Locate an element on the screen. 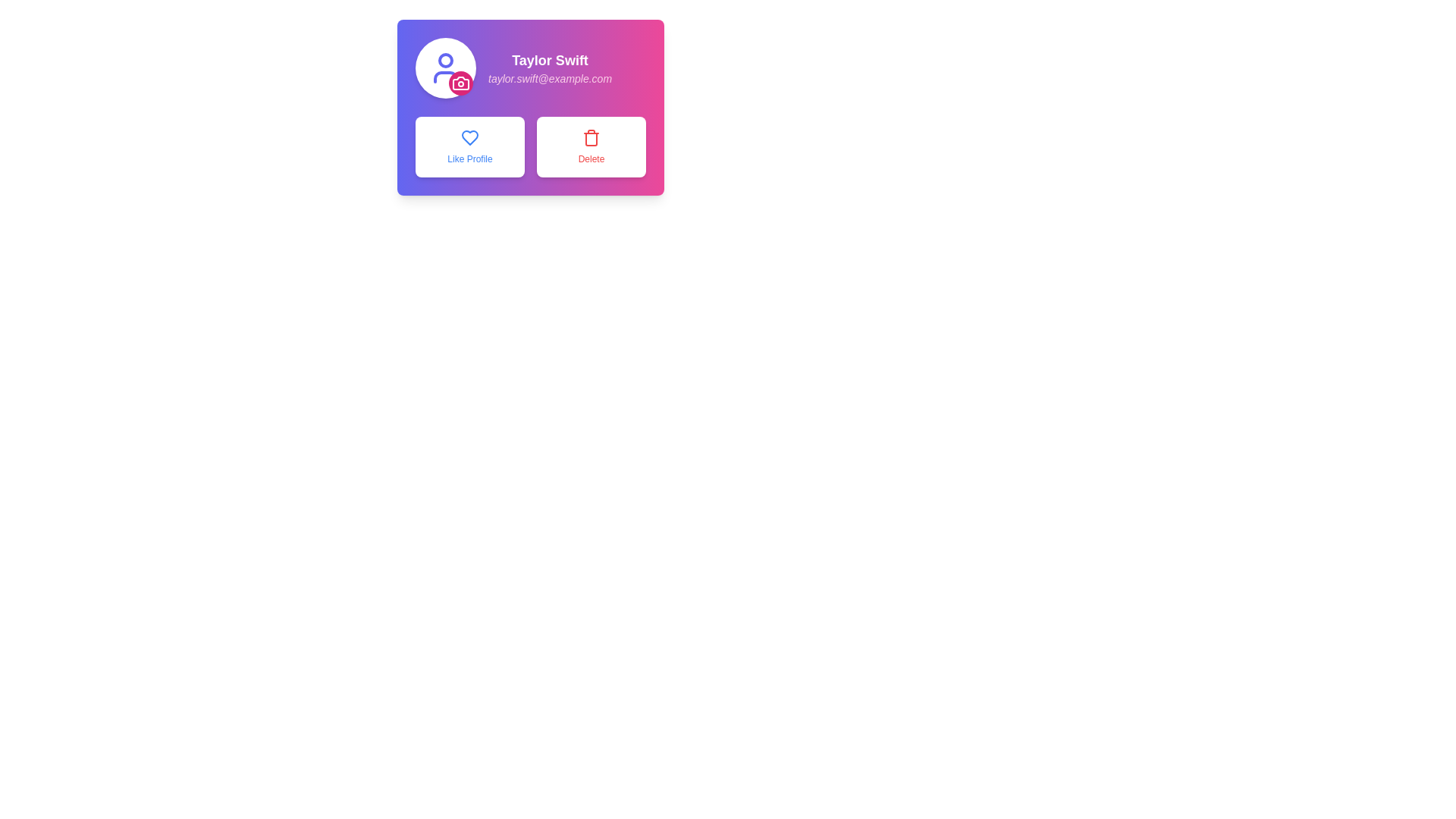  the main body of the trash can icon, which is part of the 'Delete' button located to the right of the 'Like Profile' button is located at coordinates (590, 140).